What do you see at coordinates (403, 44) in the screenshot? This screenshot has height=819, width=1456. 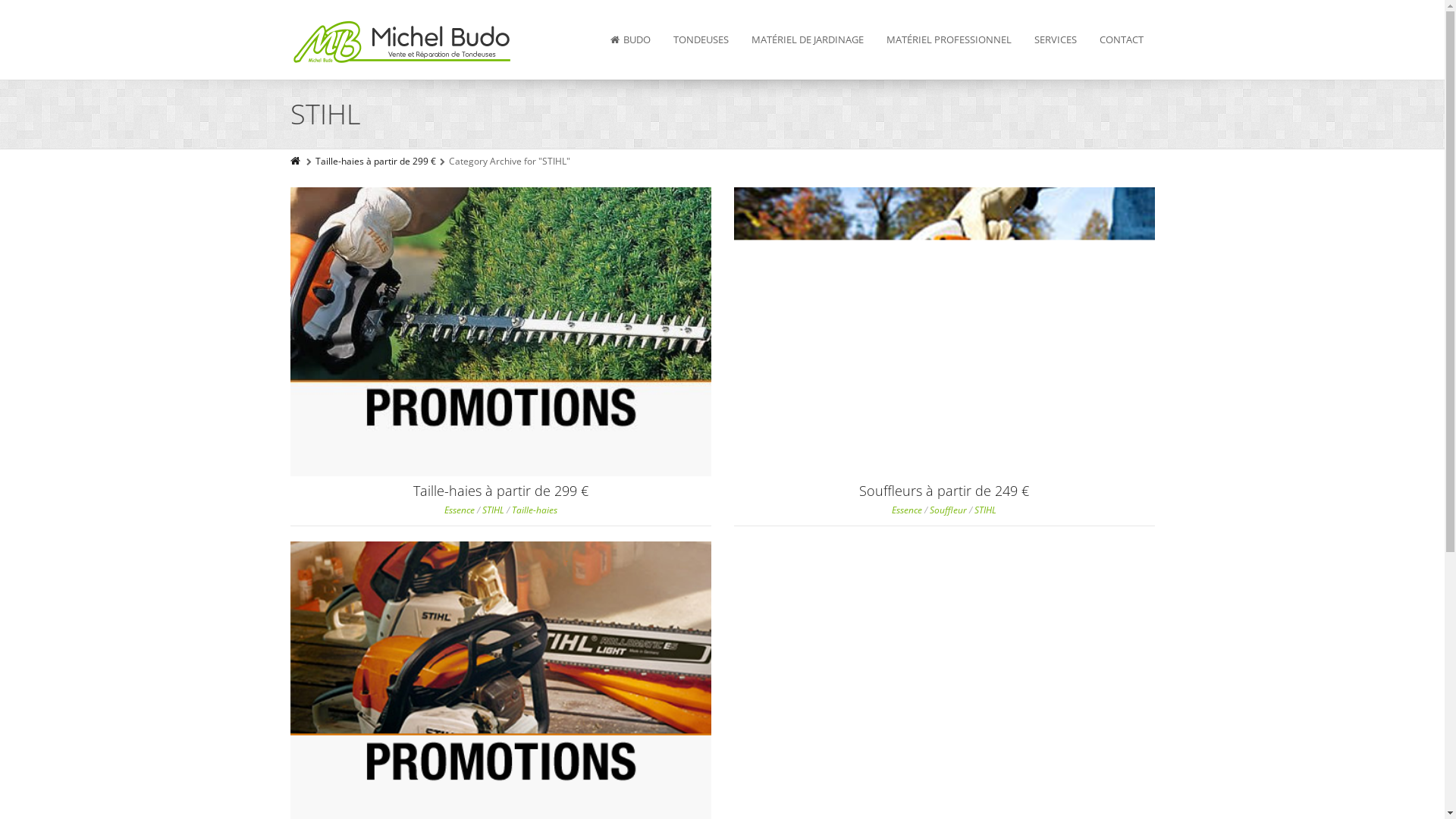 I see `'Budo SCRL'` at bounding box center [403, 44].